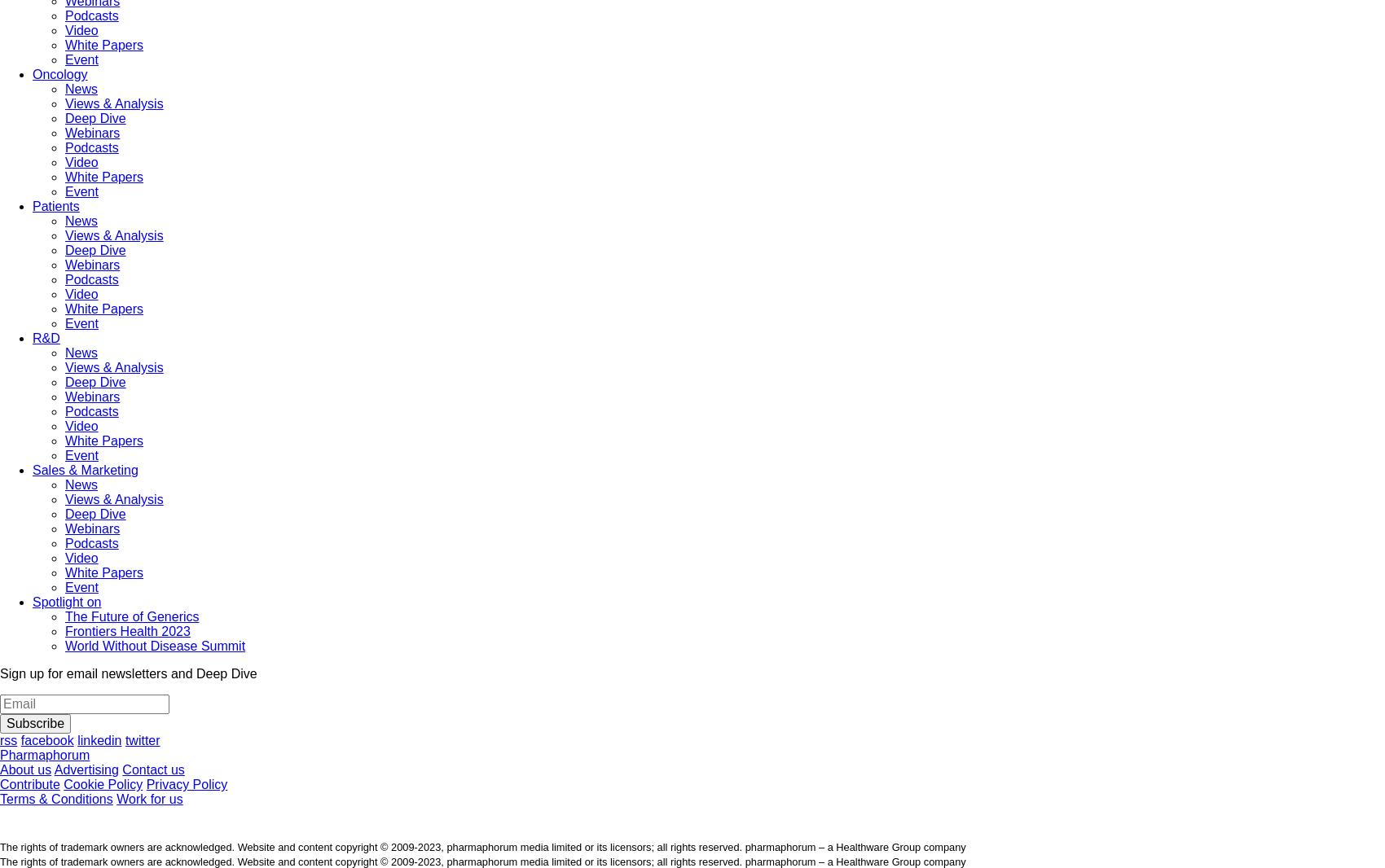 This screenshot has width=1385, height=868. Describe the element at coordinates (99, 740) in the screenshot. I see `'linkedin'` at that location.